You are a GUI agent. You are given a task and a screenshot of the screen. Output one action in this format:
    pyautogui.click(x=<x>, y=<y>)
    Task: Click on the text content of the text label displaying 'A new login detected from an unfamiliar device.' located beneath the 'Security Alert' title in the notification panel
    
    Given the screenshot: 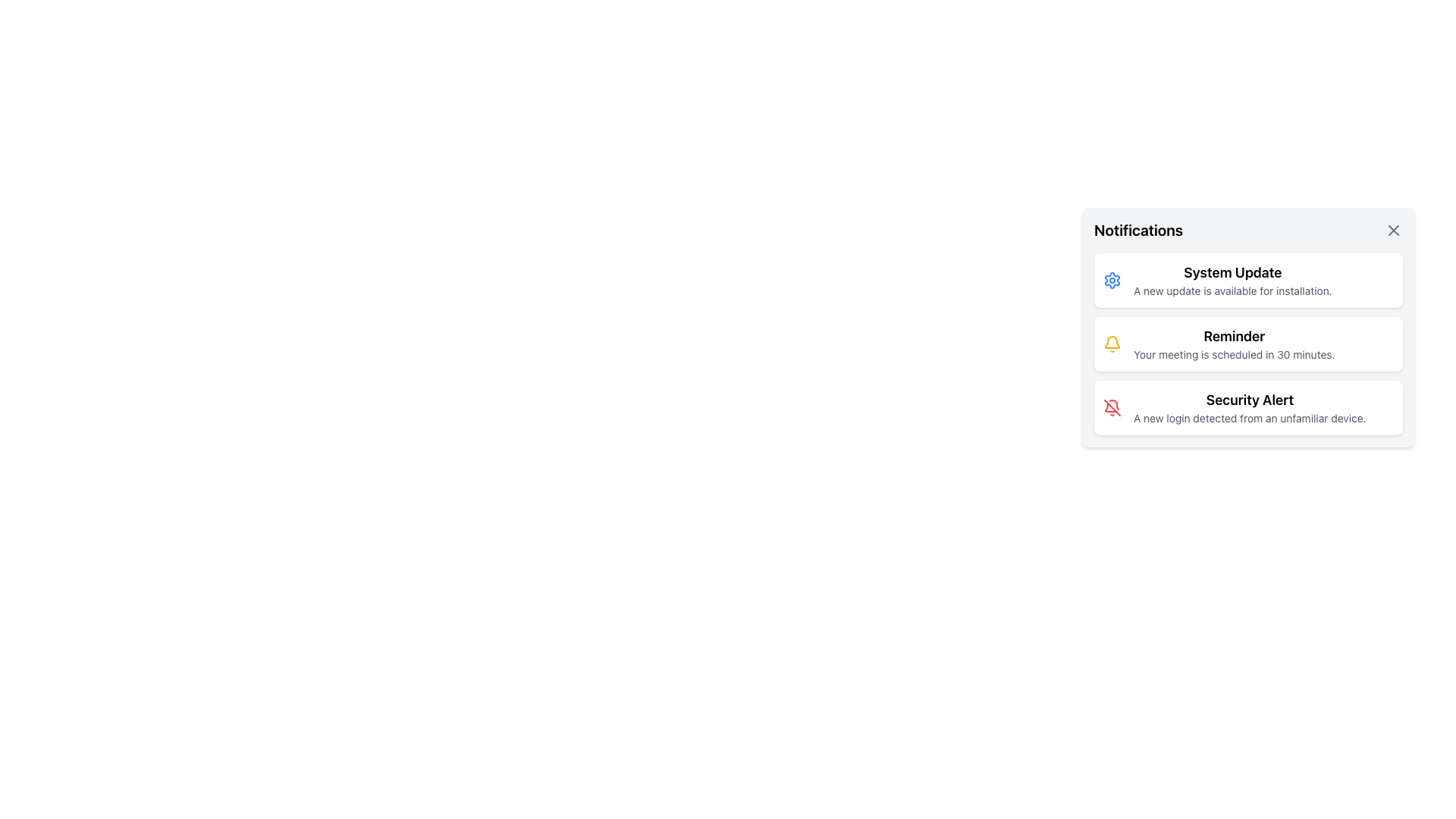 What is the action you would take?
    pyautogui.click(x=1250, y=418)
    